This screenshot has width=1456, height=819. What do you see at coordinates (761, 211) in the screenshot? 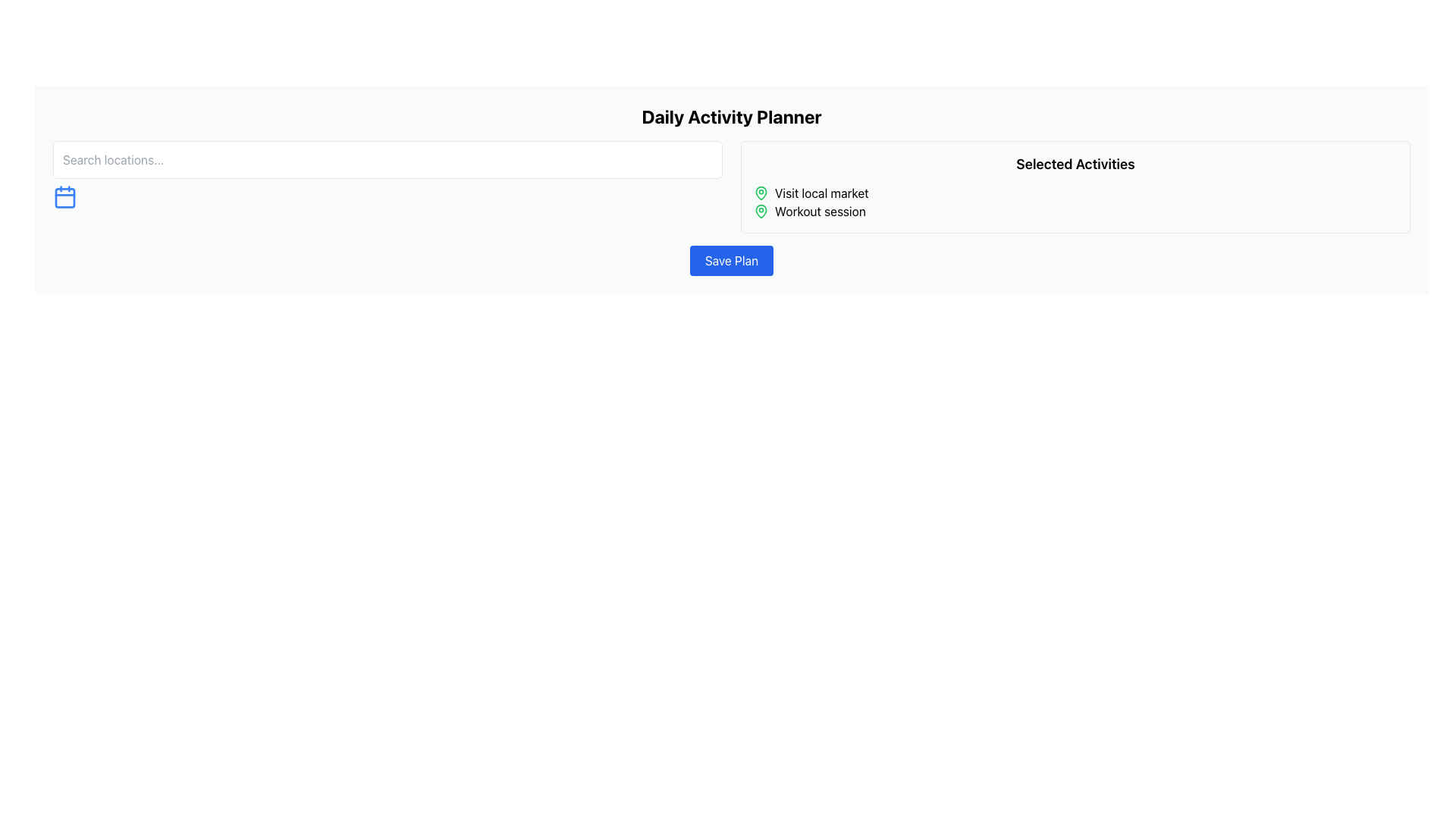
I see `the icon representing the 'Workout session' to interact with its functionality` at bounding box center [761, 211].